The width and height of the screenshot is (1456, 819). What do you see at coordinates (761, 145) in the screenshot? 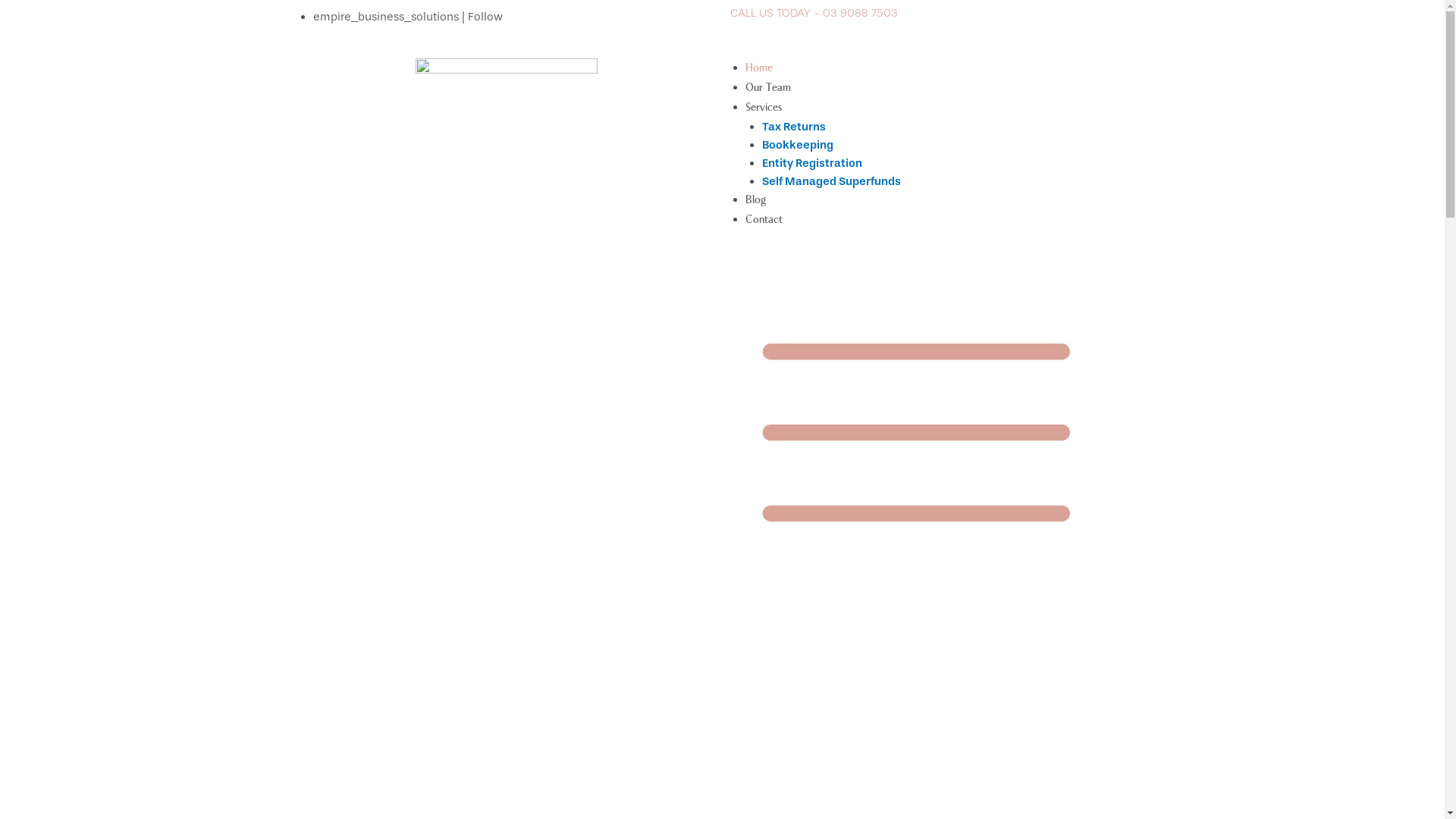
I see `'Bookkeeping'` at bounding box center [761, 145].